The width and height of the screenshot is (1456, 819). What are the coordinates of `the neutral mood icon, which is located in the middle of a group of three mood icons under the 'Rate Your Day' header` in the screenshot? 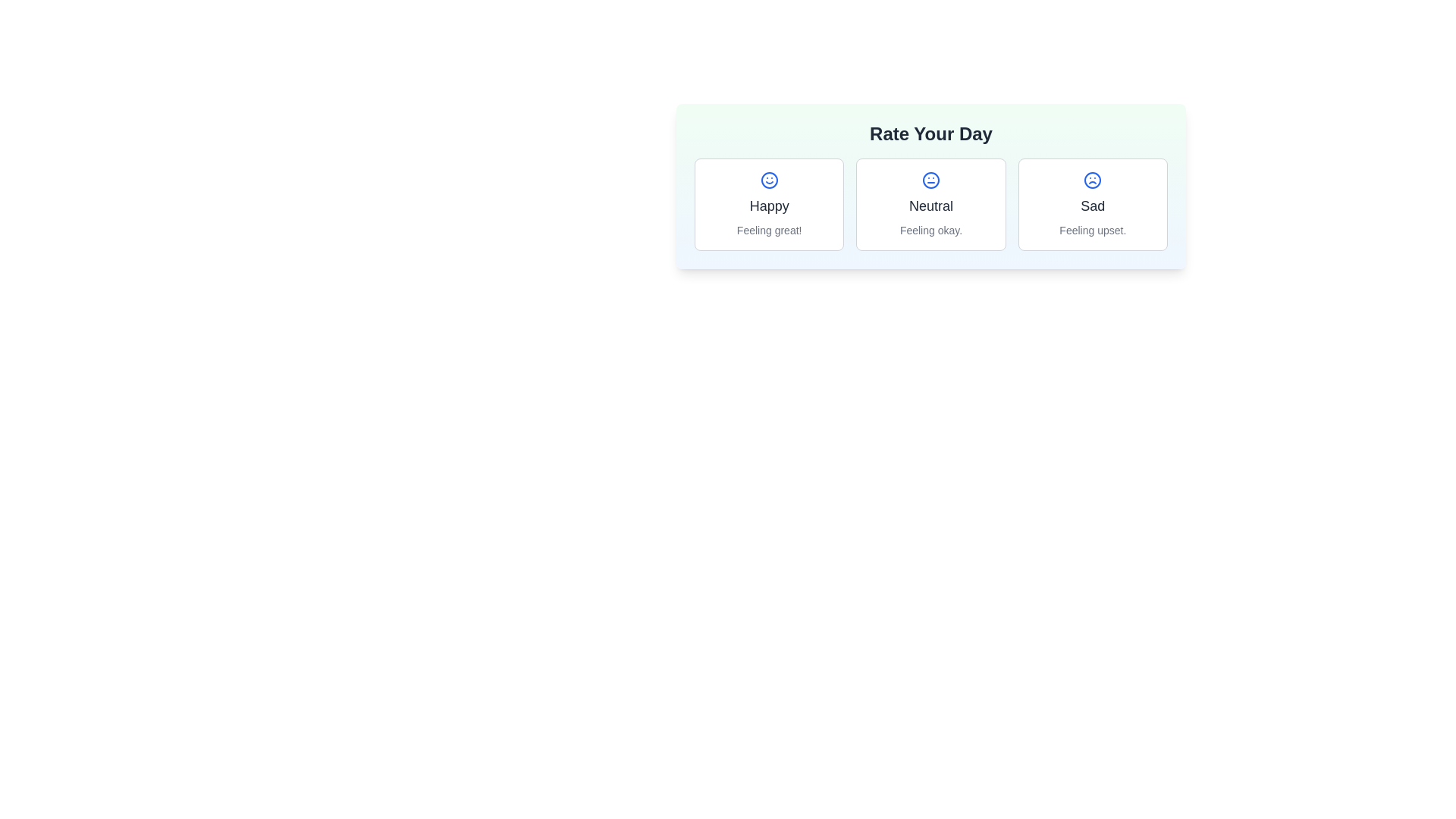 It's located at (930, 180).